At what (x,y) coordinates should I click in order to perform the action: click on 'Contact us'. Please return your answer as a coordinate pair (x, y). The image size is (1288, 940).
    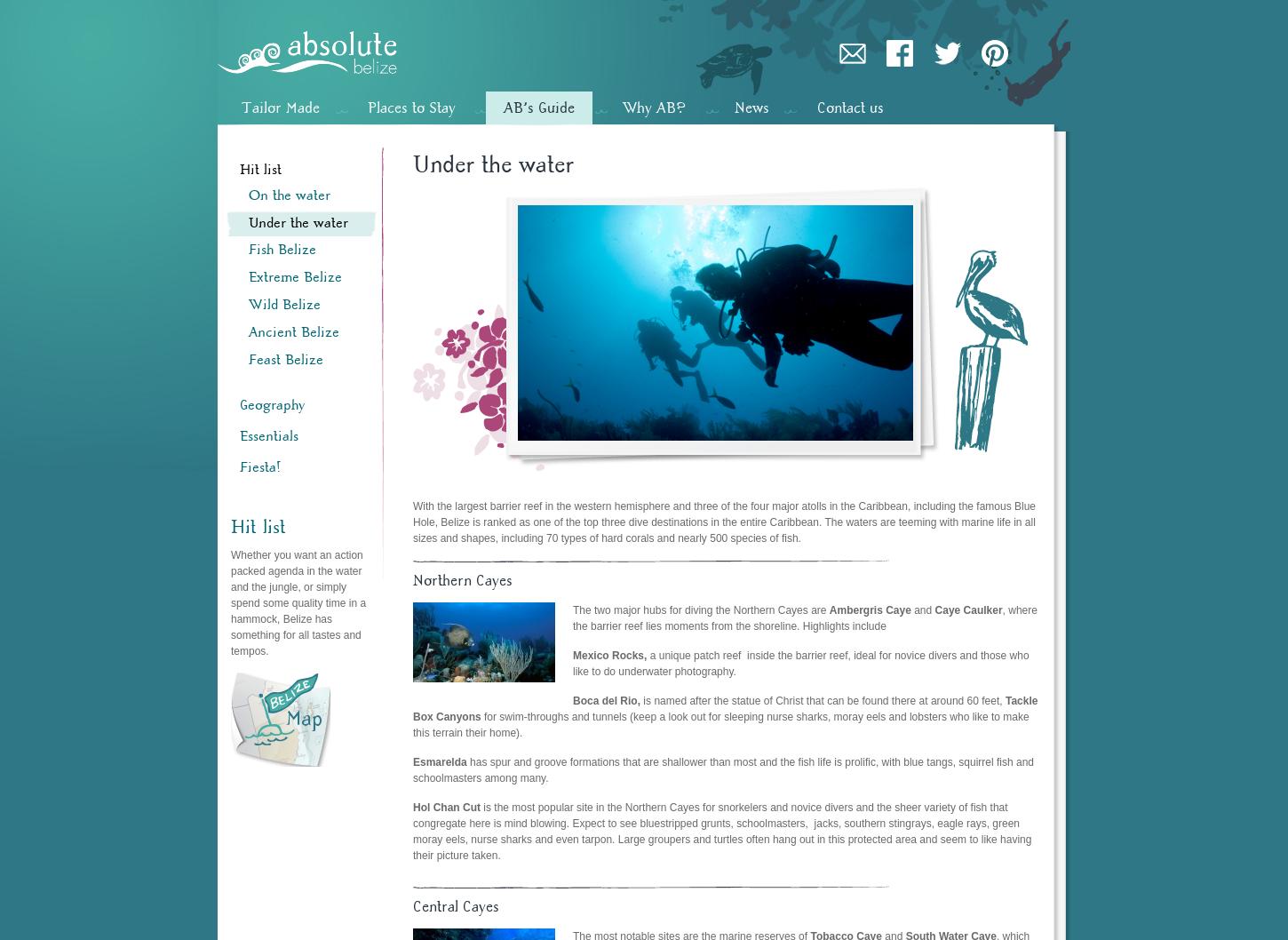
    Looking at the image, I should click on (849, 107).